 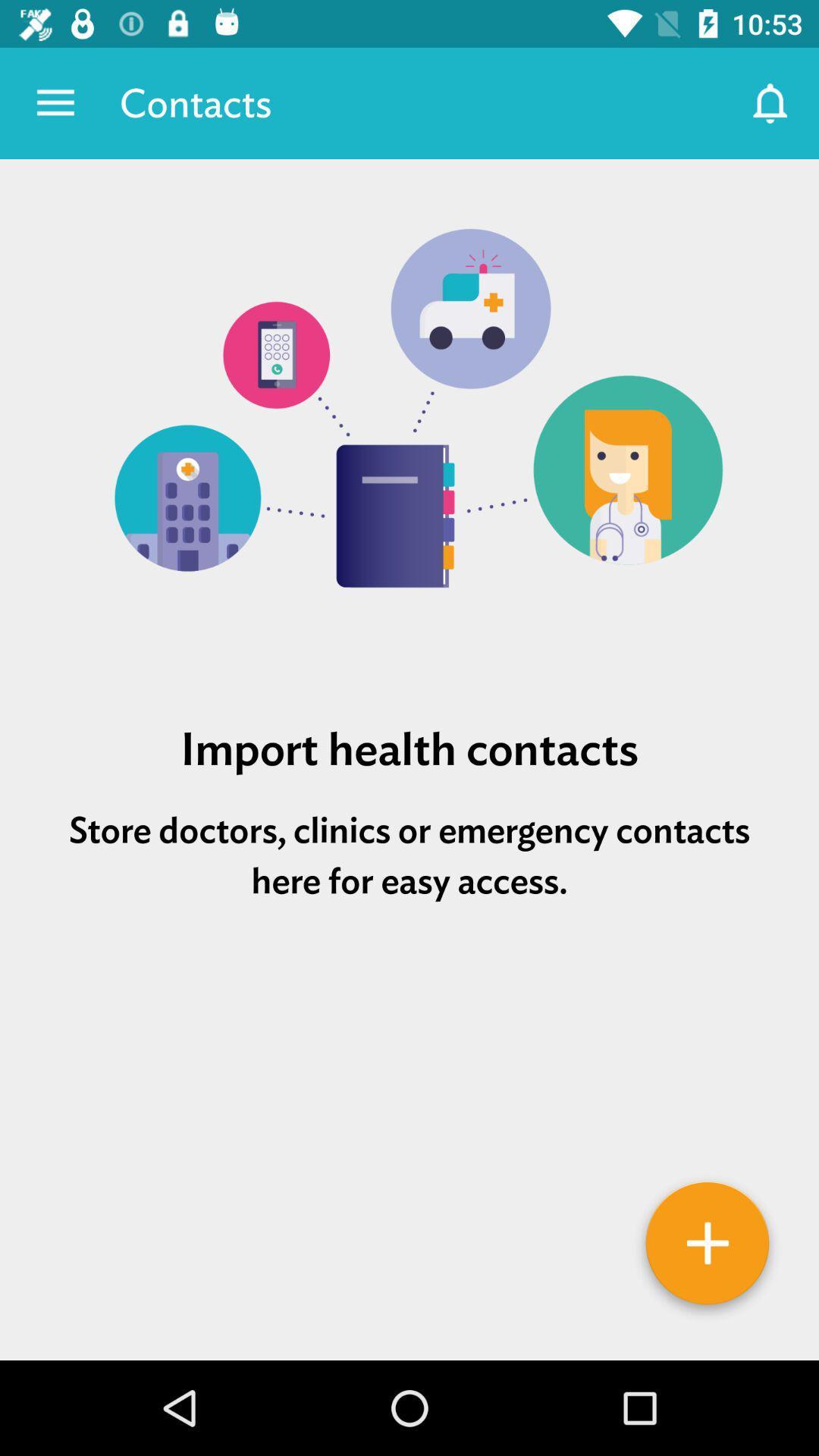 What do you see at coordinates (409, 994) in the screenshot?
I see `the icon below the store doctors clinics` at bounding box center [409, 994].